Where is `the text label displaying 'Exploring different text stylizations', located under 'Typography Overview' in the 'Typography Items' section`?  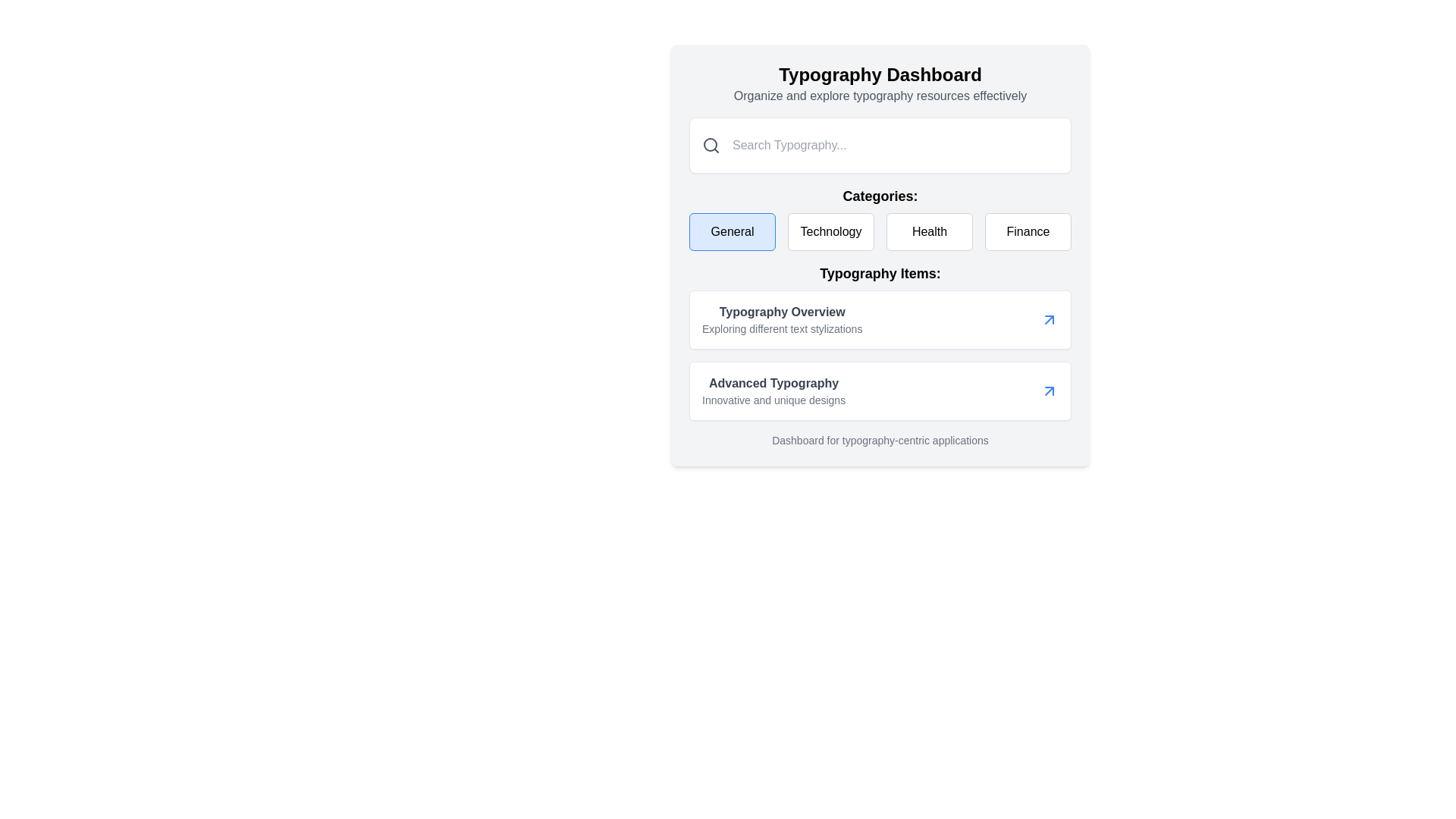 the text label displaying 'Exploring different text stylizations', located under 'Typography Overview' in the 'Typography Items' section is located at coordinates (782, 328).